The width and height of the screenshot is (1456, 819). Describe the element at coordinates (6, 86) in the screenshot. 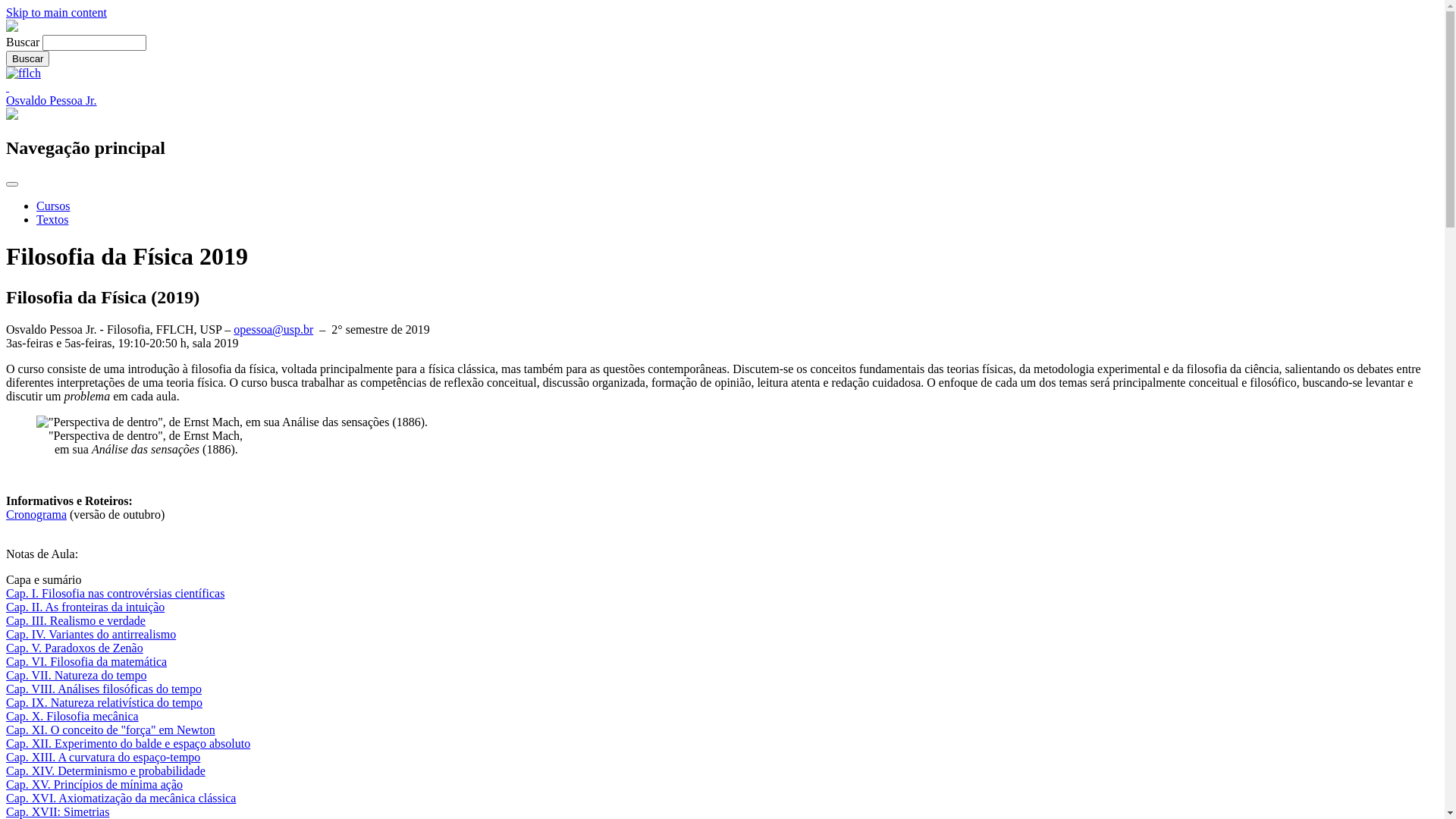

I see `' '` at that location.